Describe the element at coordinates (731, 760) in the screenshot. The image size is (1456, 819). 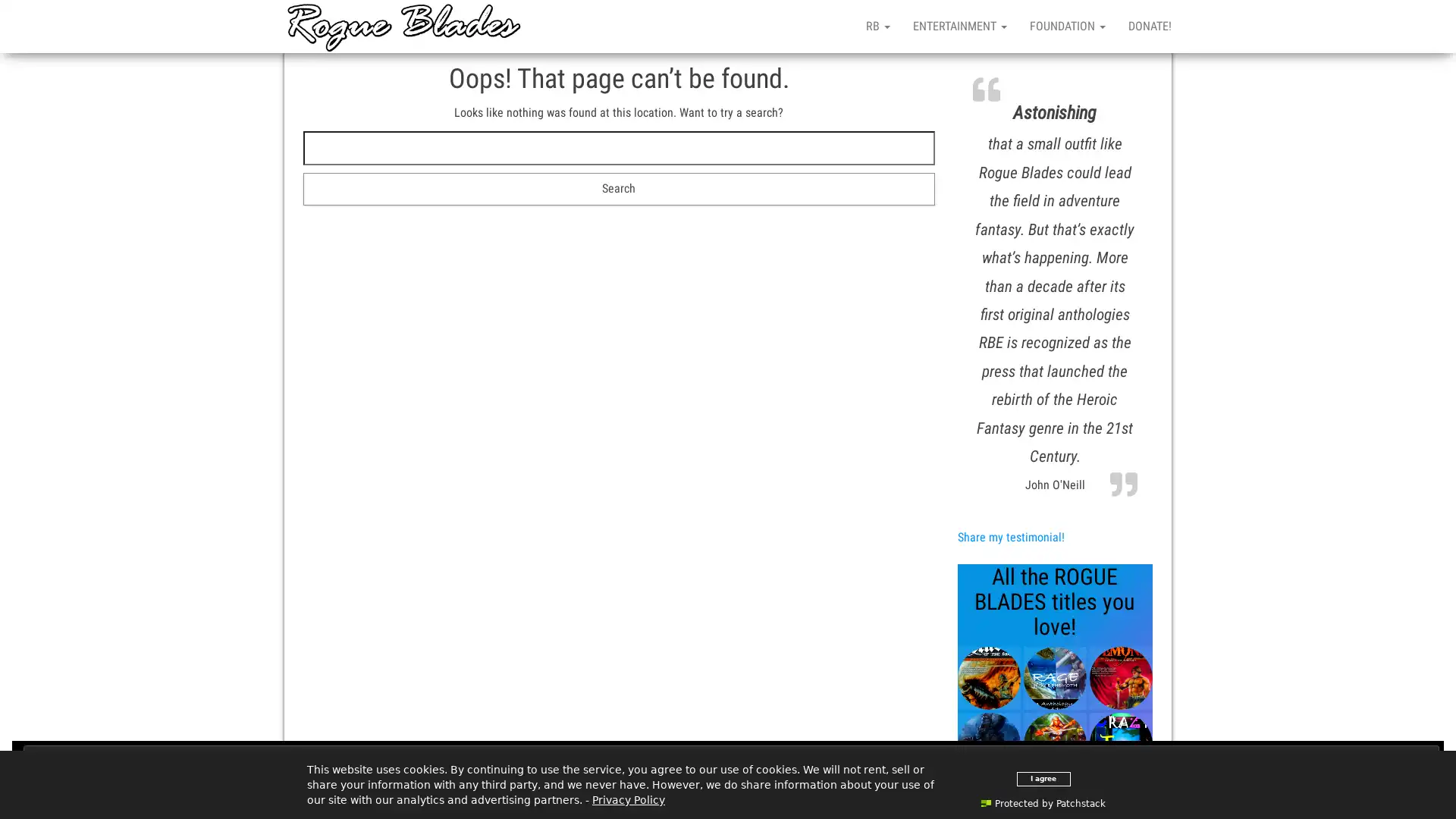
I see `Close and accept` at that location.